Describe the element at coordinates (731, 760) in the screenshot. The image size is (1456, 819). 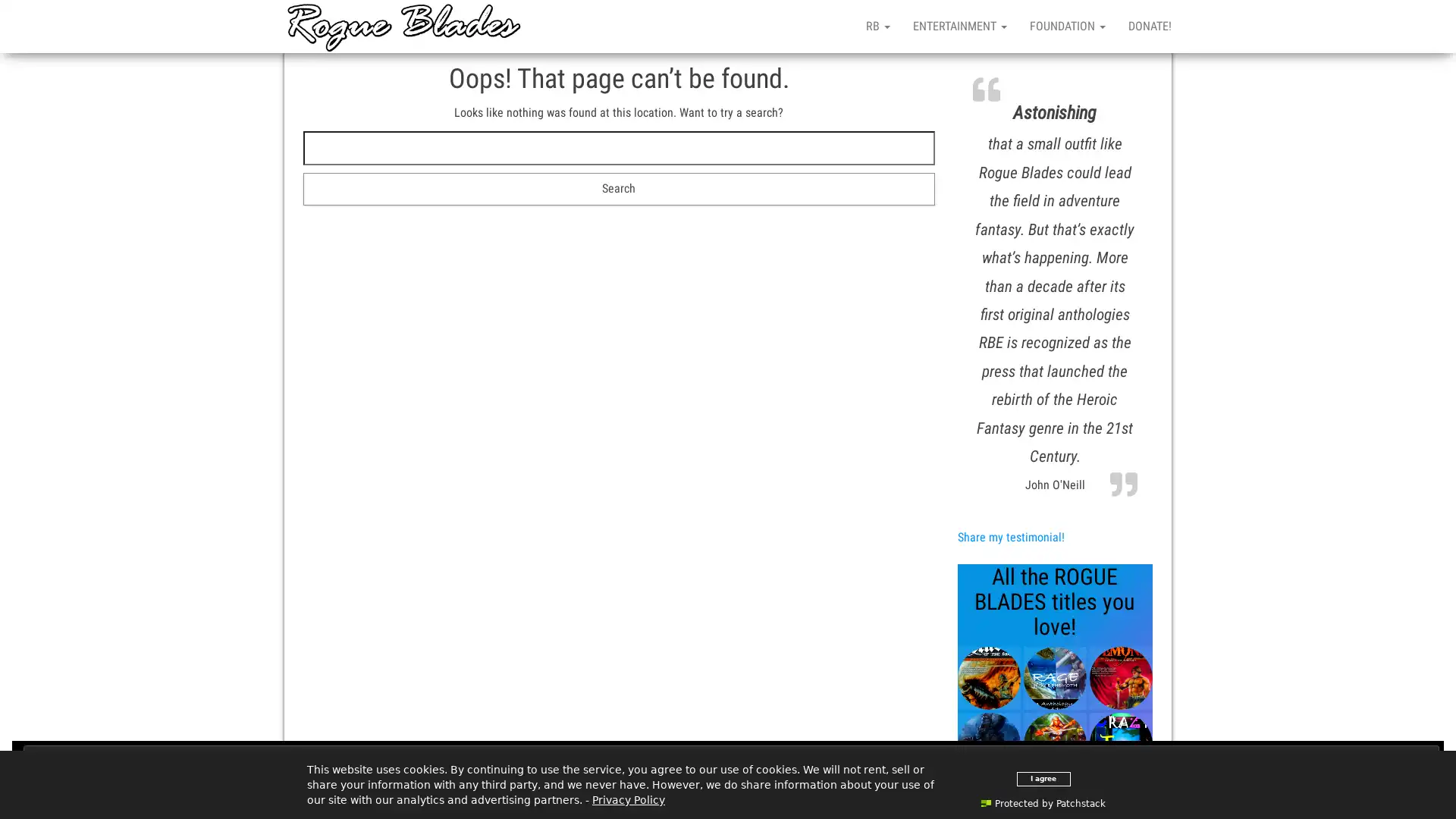
I see `Close and accept` at that location.